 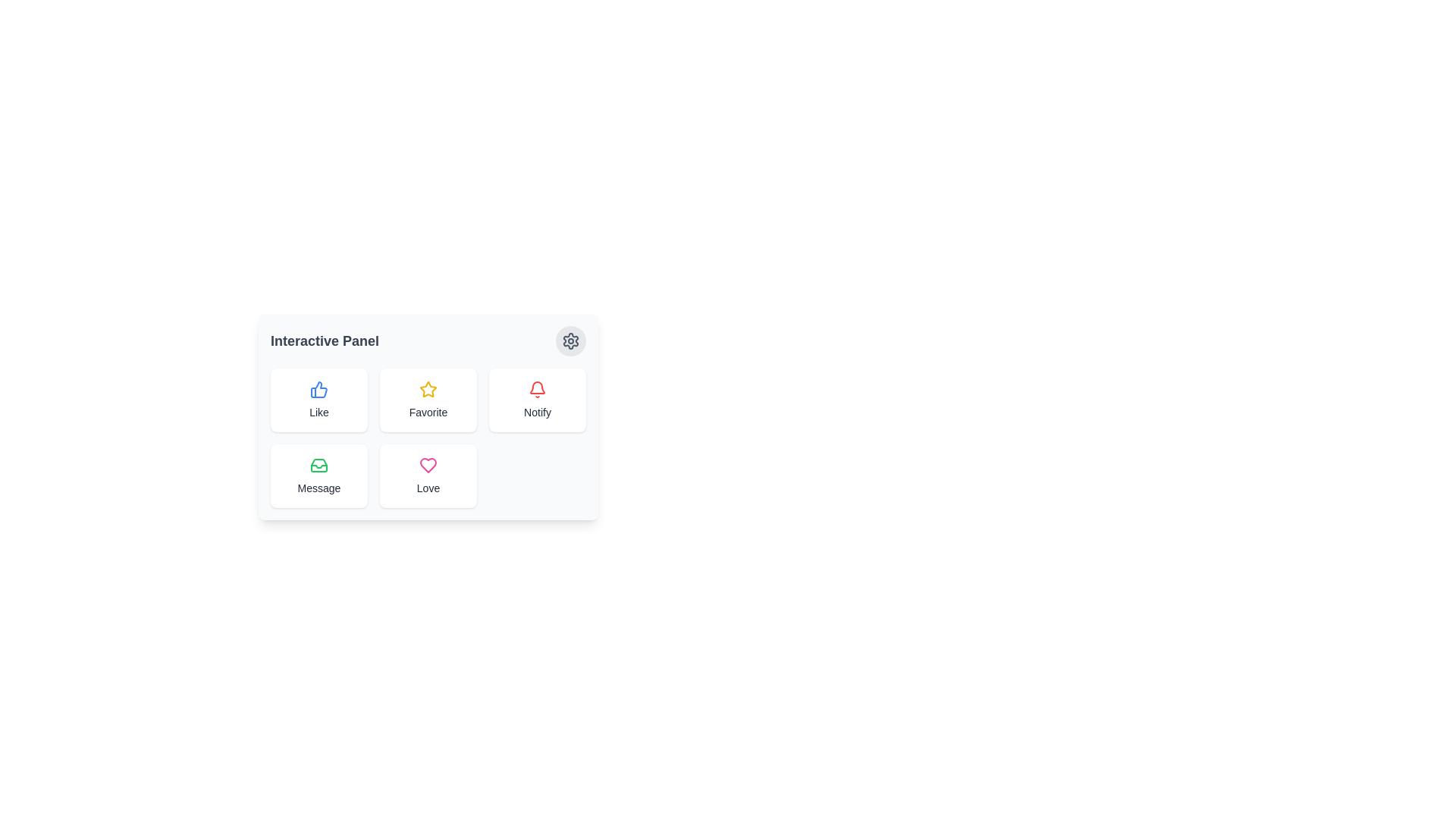 I want to click on the text label displaying 'Love' in a small gray font located below the pink heart icon in the lower-right widget of the grid layout, so click(x=428, y=488).